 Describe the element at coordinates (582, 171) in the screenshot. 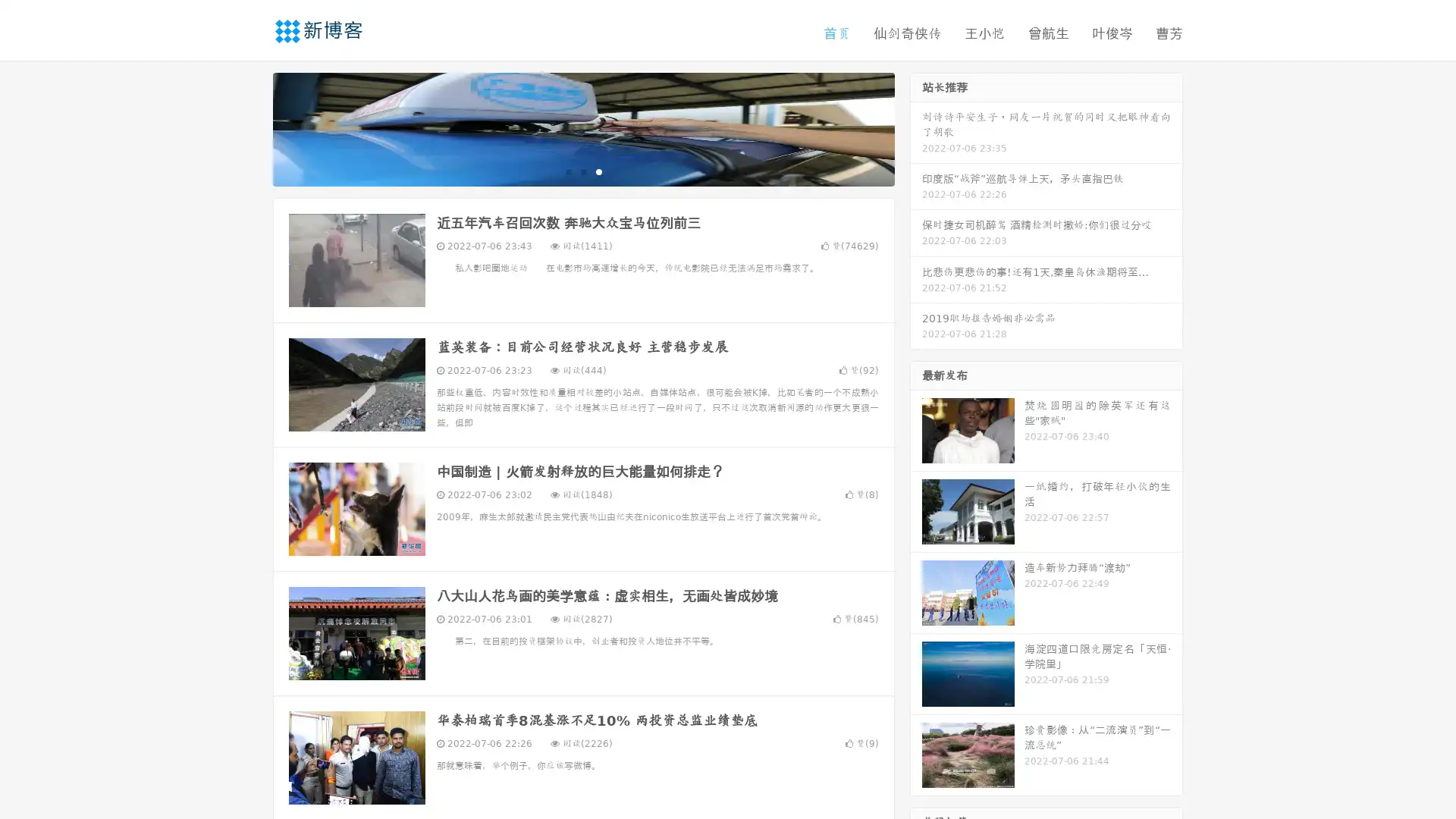

I see `Go to slide 2` at that location.